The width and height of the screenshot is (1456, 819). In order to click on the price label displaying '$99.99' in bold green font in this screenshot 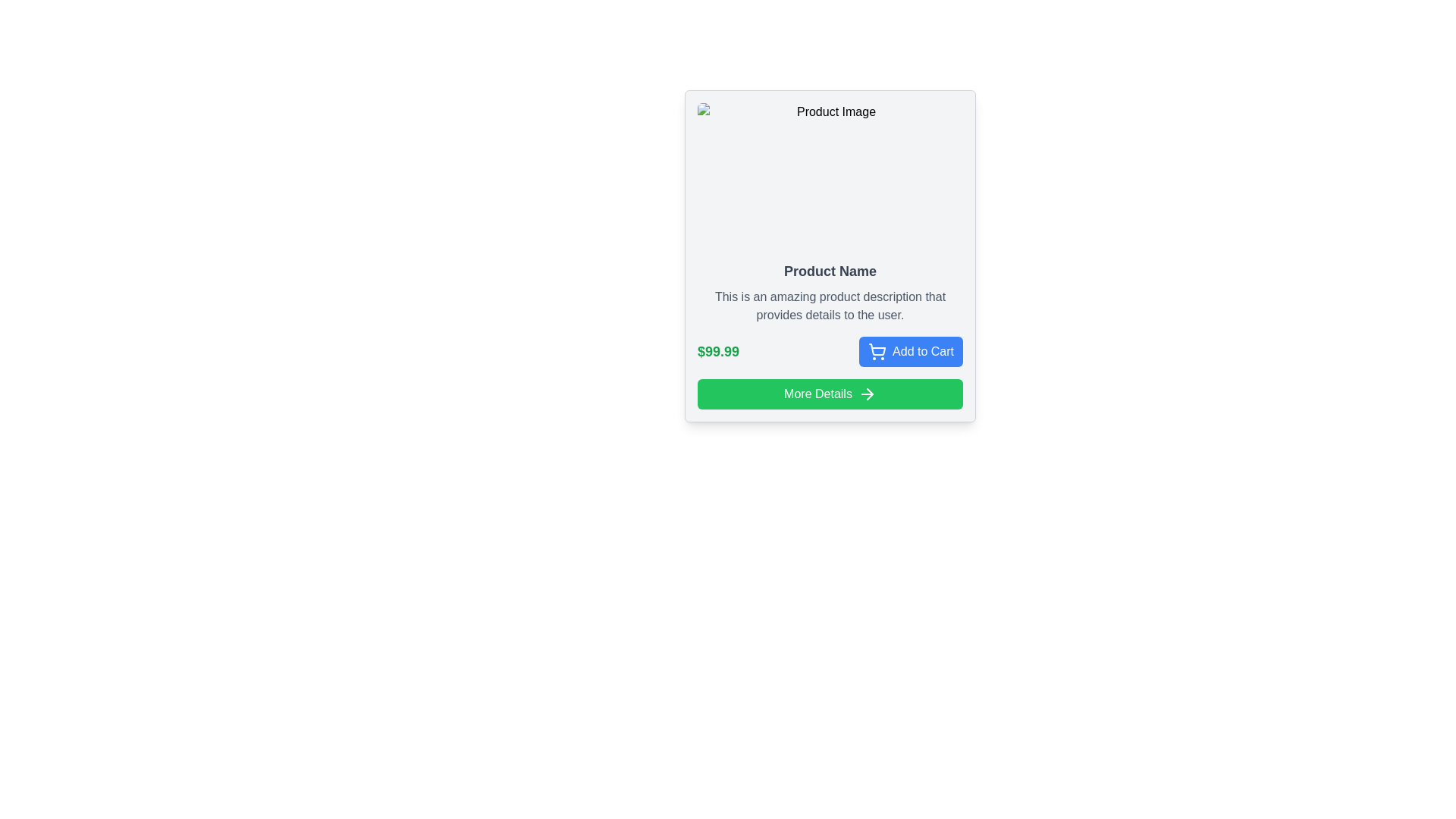, I will do `click(717, 351)`.